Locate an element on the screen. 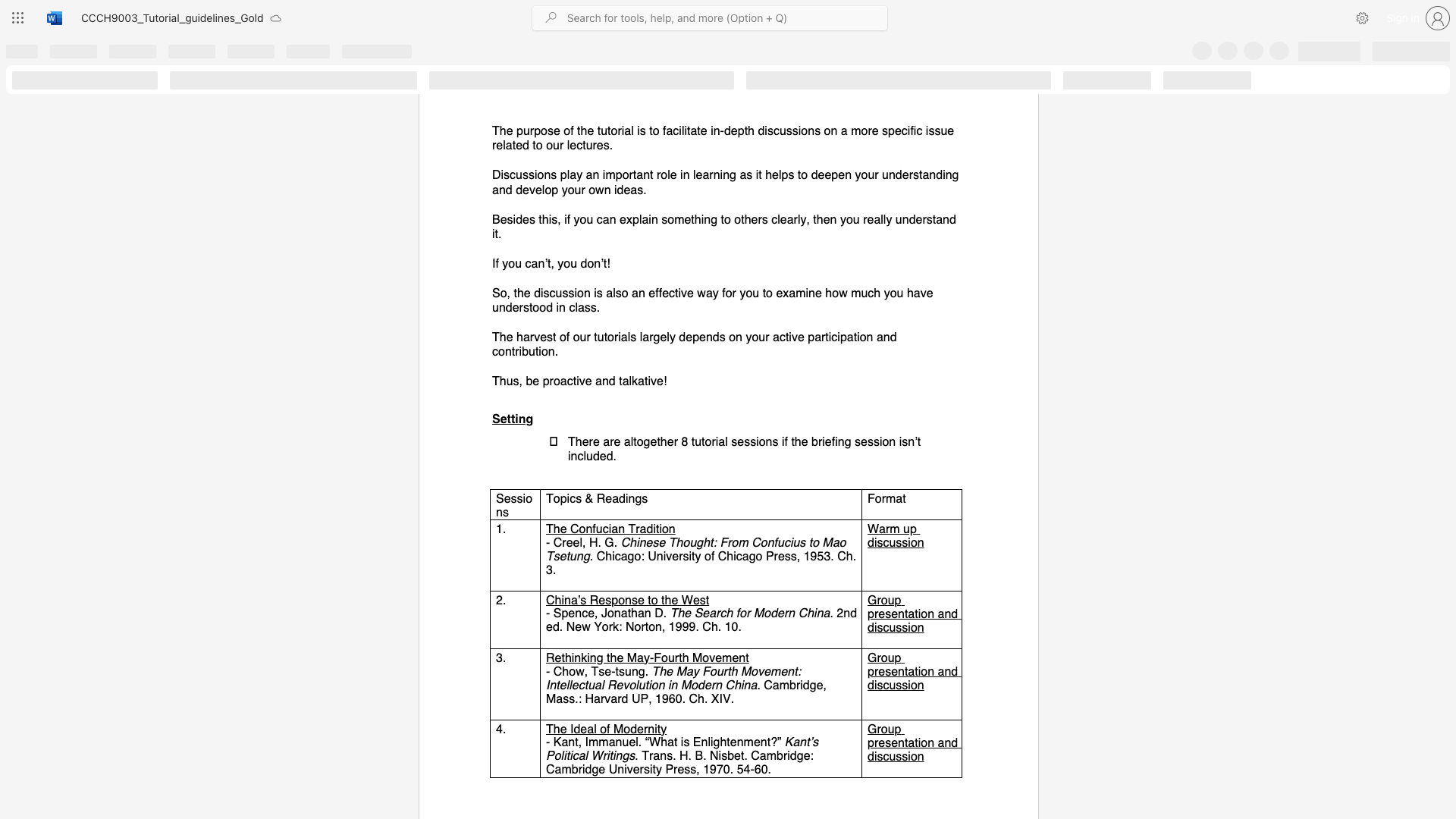 The width and height of the screenshot is (1456, 819). the 1th character "c" in the text is located at coordinates (886, 541).